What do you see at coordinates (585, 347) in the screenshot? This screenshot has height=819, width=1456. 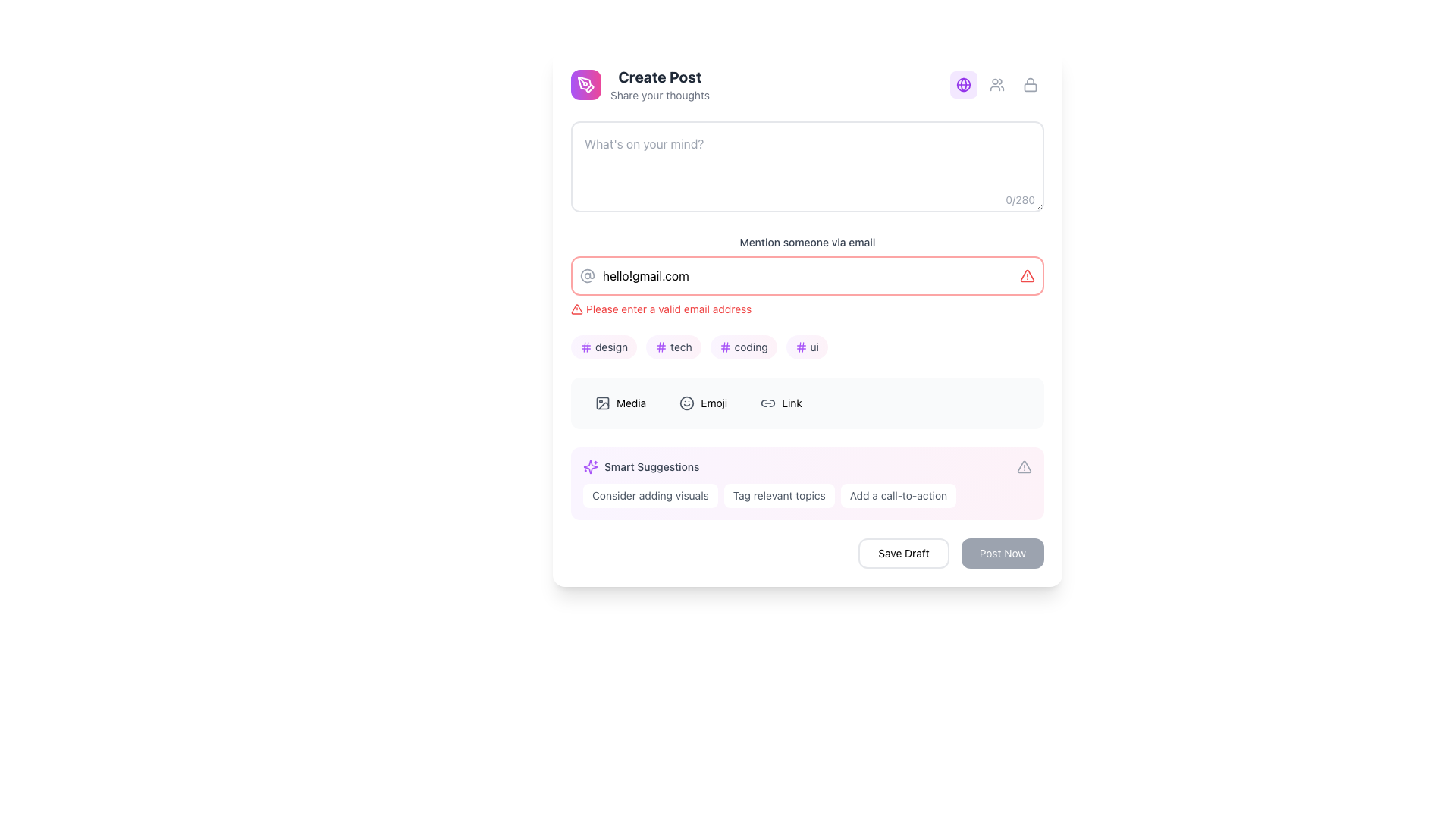 I see `the small purple hashtag icon with rounded edges located to the left of the text 'design' within a rounded rectangular button` at bounding box center [585, 347].